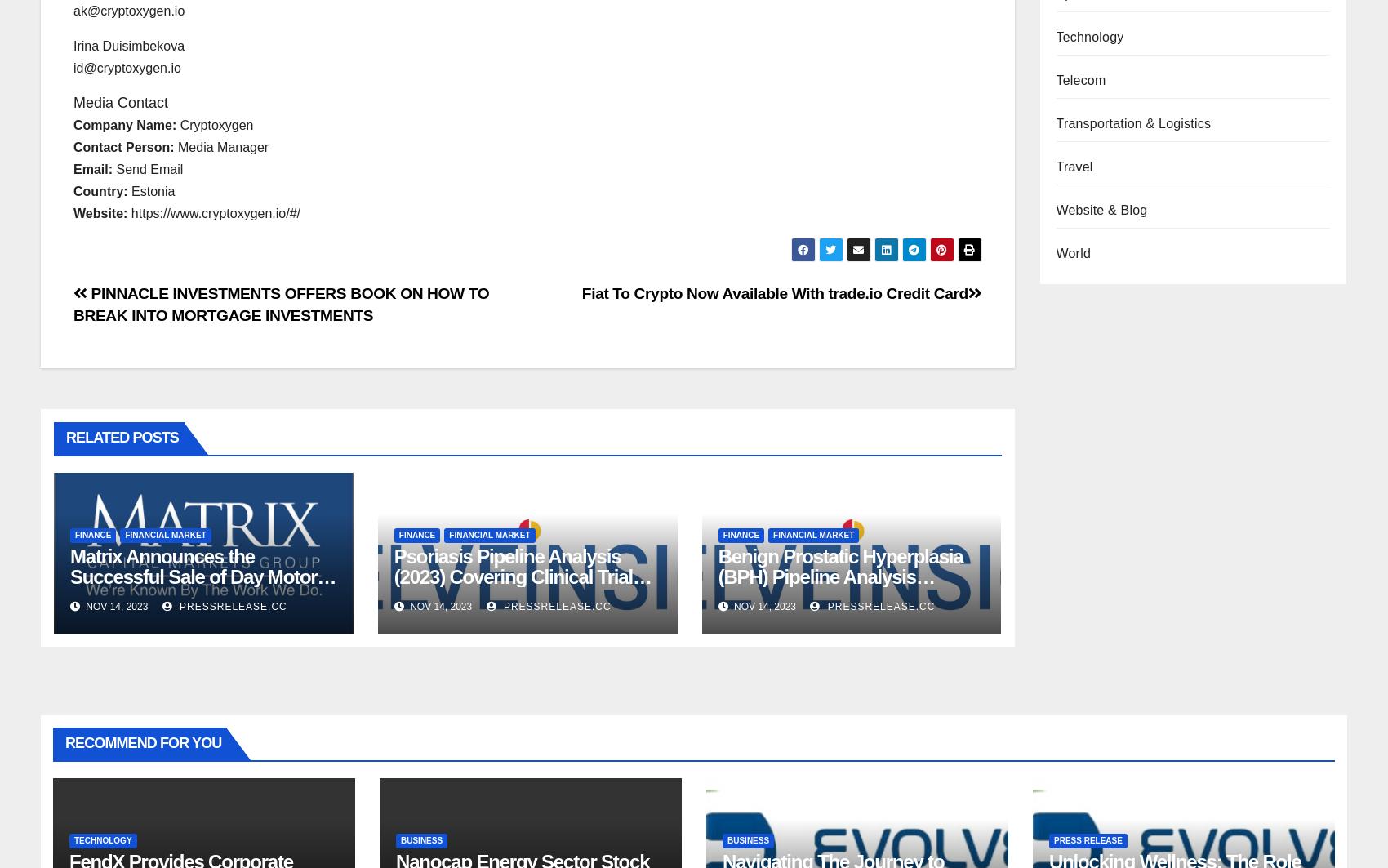 The width and height of the screenshot is (1388, 868). What do you see at coordinates (126, 67) in the screenshot?
I see `'id@cryptoxygen.io'` at bounding box center [126, 67].